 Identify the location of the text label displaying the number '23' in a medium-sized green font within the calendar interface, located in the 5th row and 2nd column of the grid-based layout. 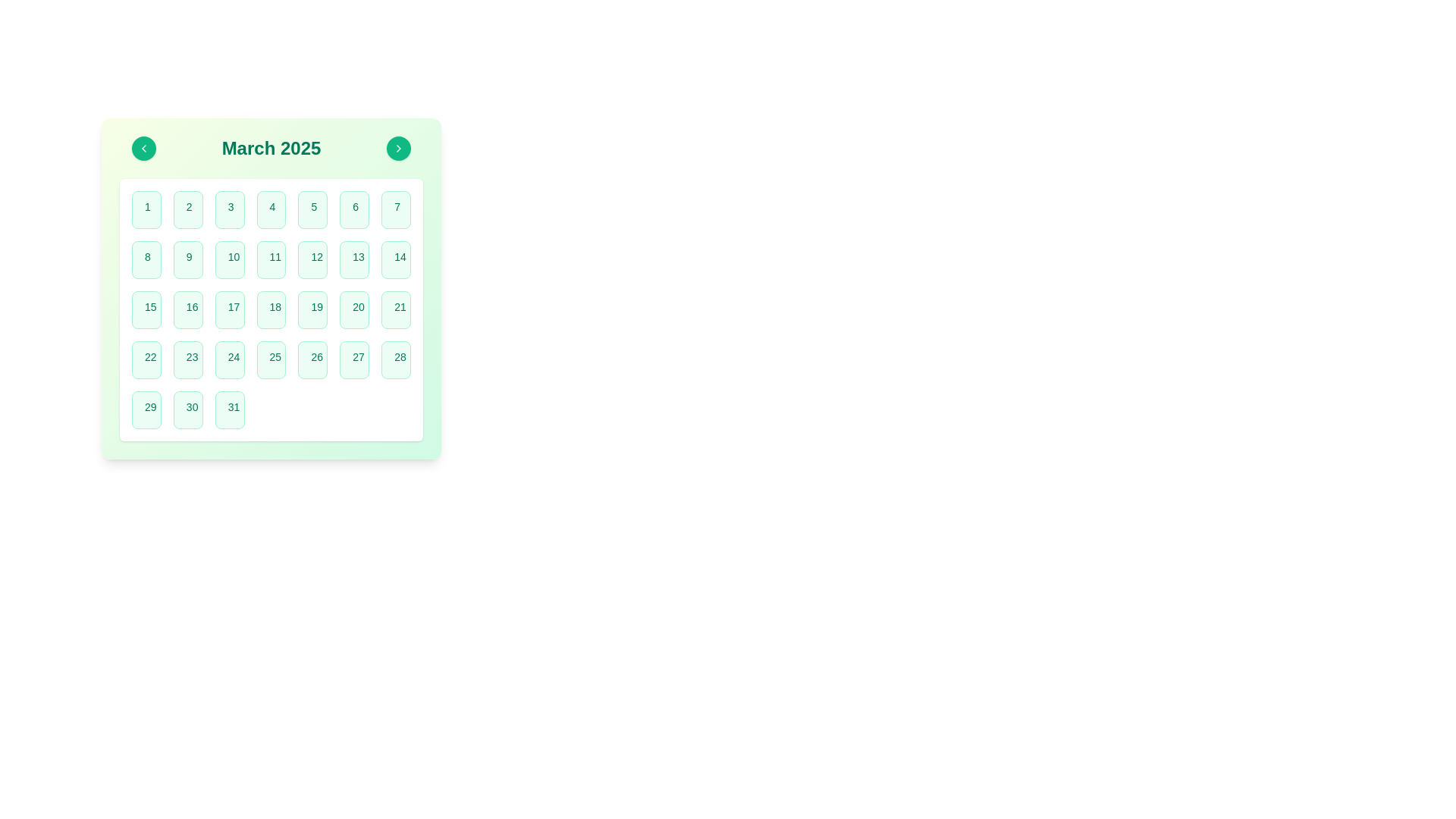
(191, 356).